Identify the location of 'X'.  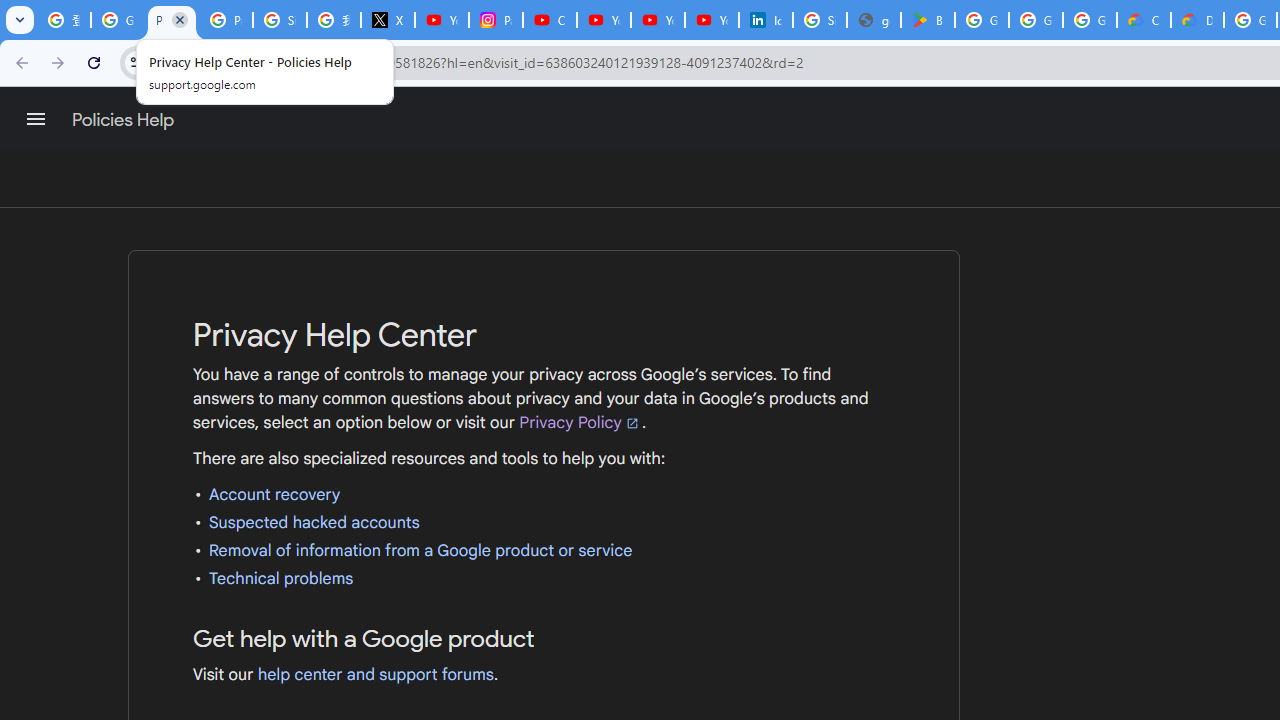
(387, 20).